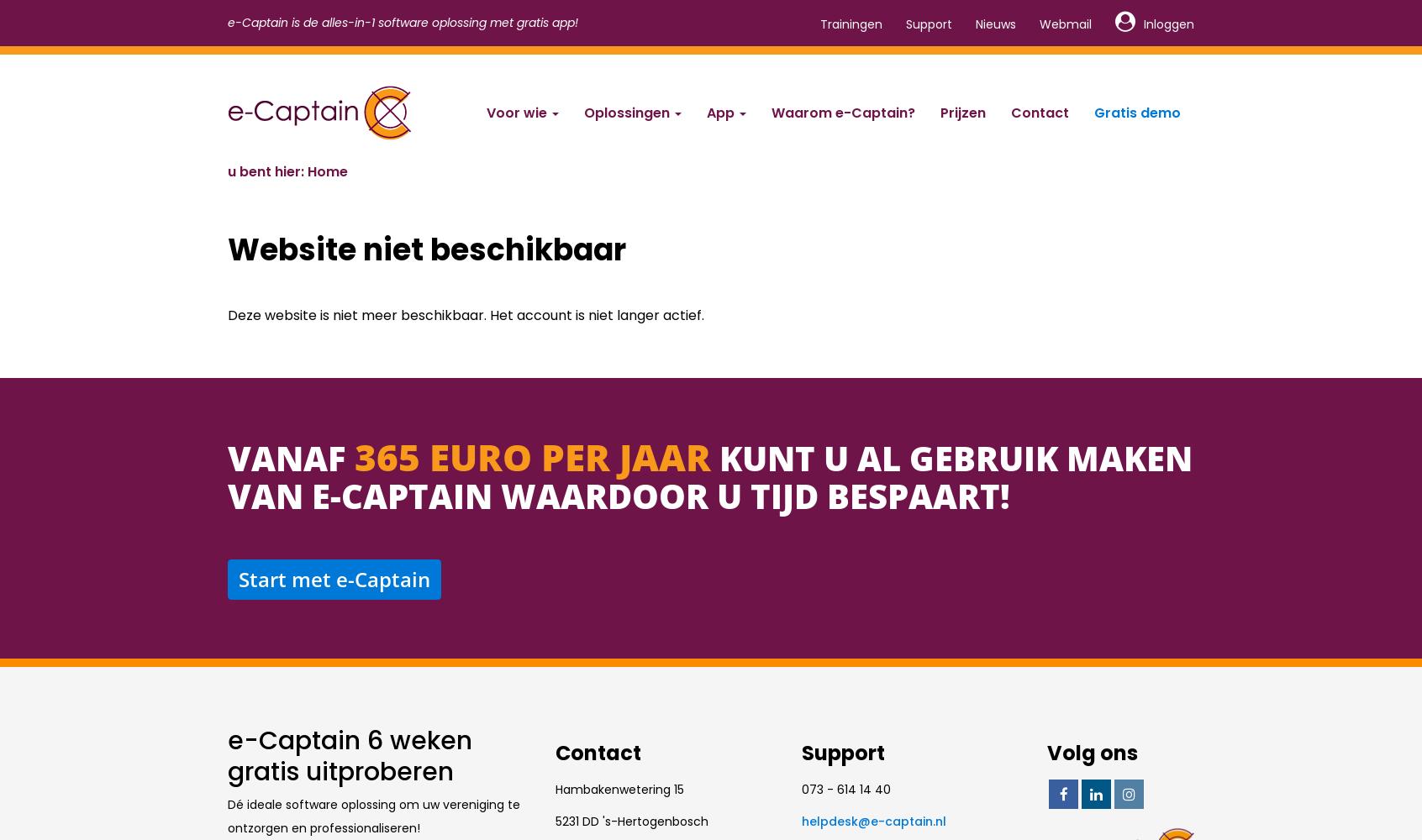  I want to click on 'ksedpleh', so click(829, 820).